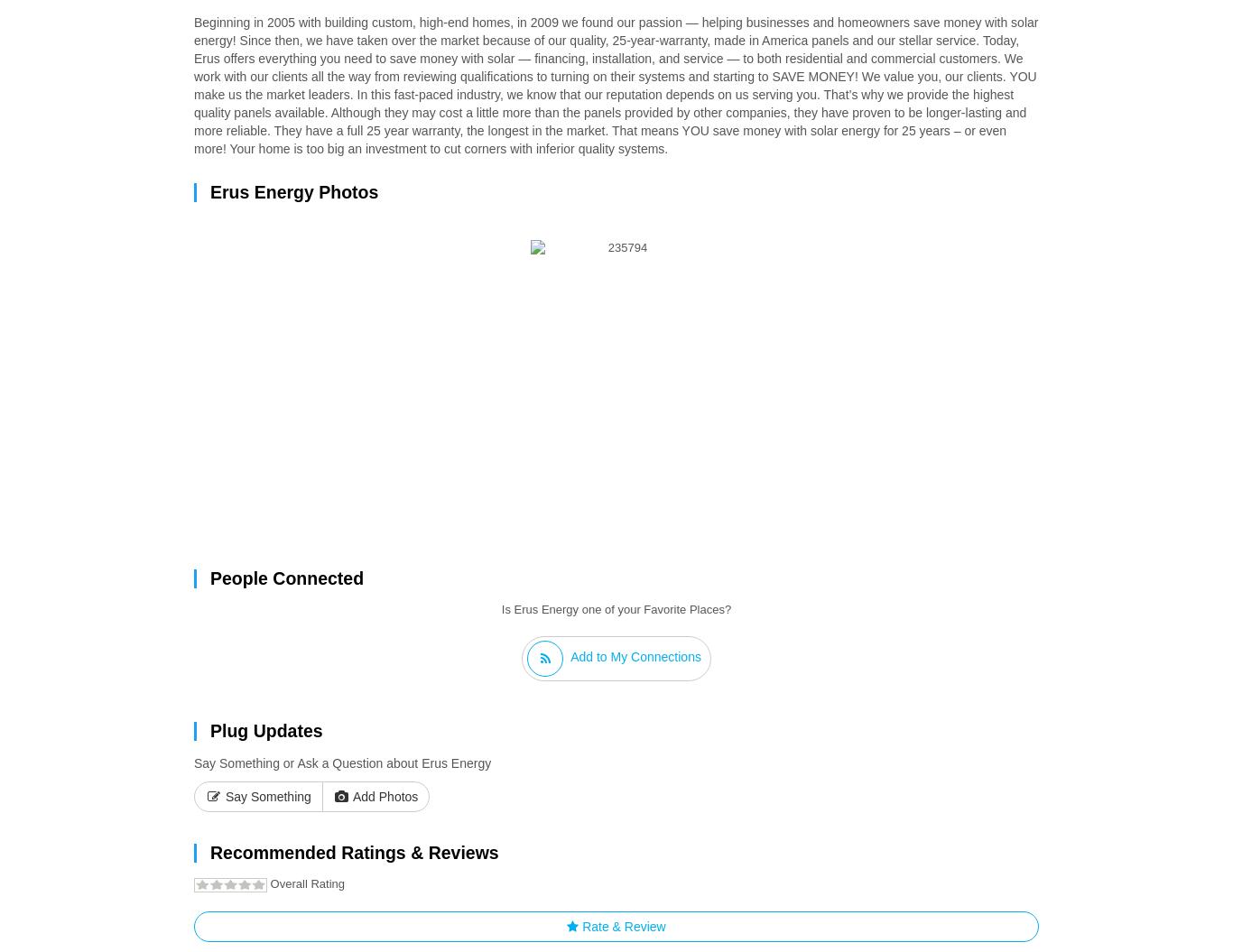 Image resolution: width=1233 pixels, height=952 pixels. Describe the element at coordinates (266, 796) in the screenshot. I see `'Say Something'` at that location.